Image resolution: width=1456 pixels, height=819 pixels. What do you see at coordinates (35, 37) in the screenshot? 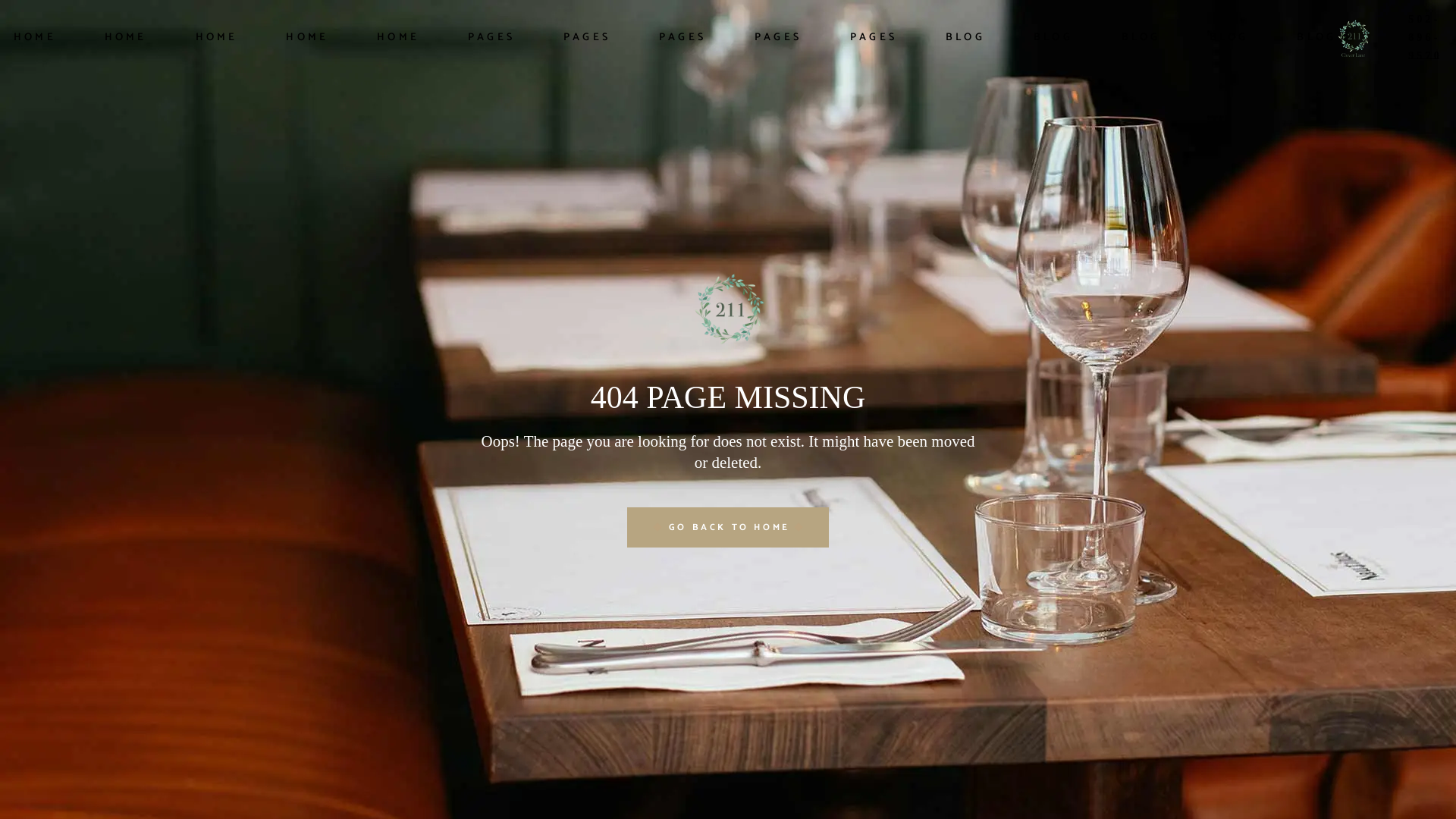
I see `'HOME'` at bounding box center [35, 37].